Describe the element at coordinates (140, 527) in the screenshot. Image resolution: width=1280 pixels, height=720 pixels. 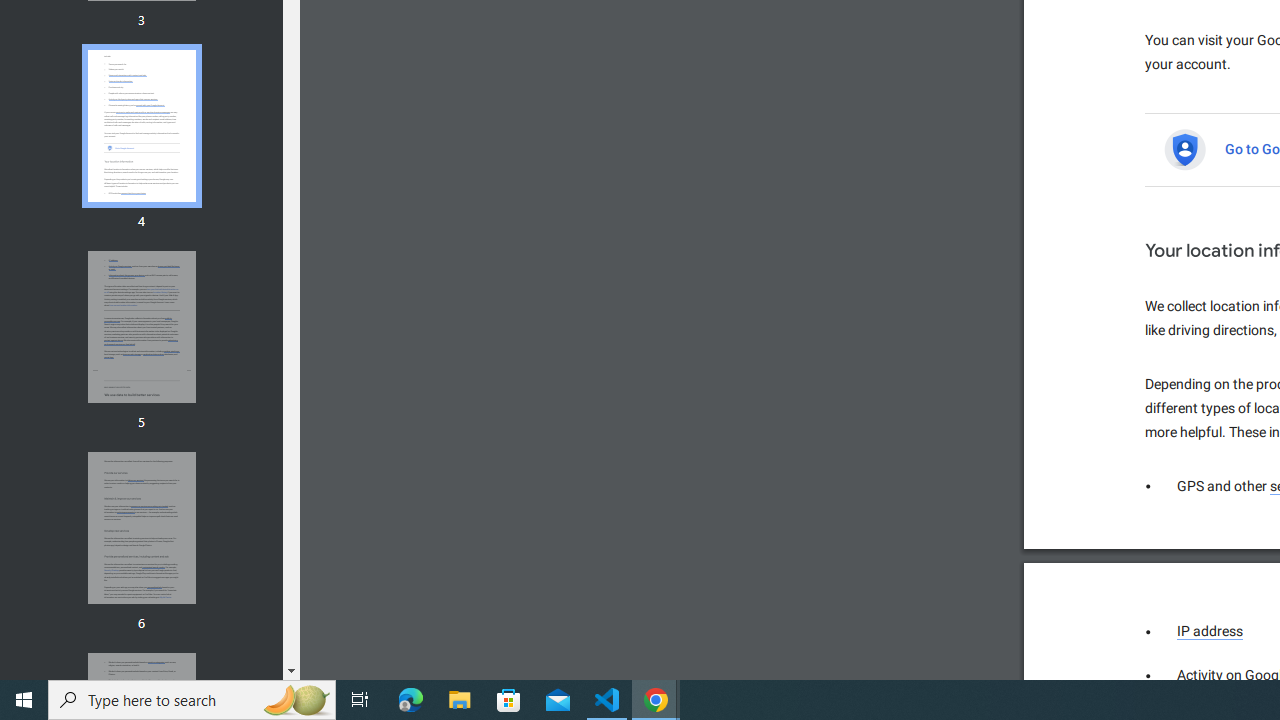
I see `'Thumbnail for page 6'` at that location.